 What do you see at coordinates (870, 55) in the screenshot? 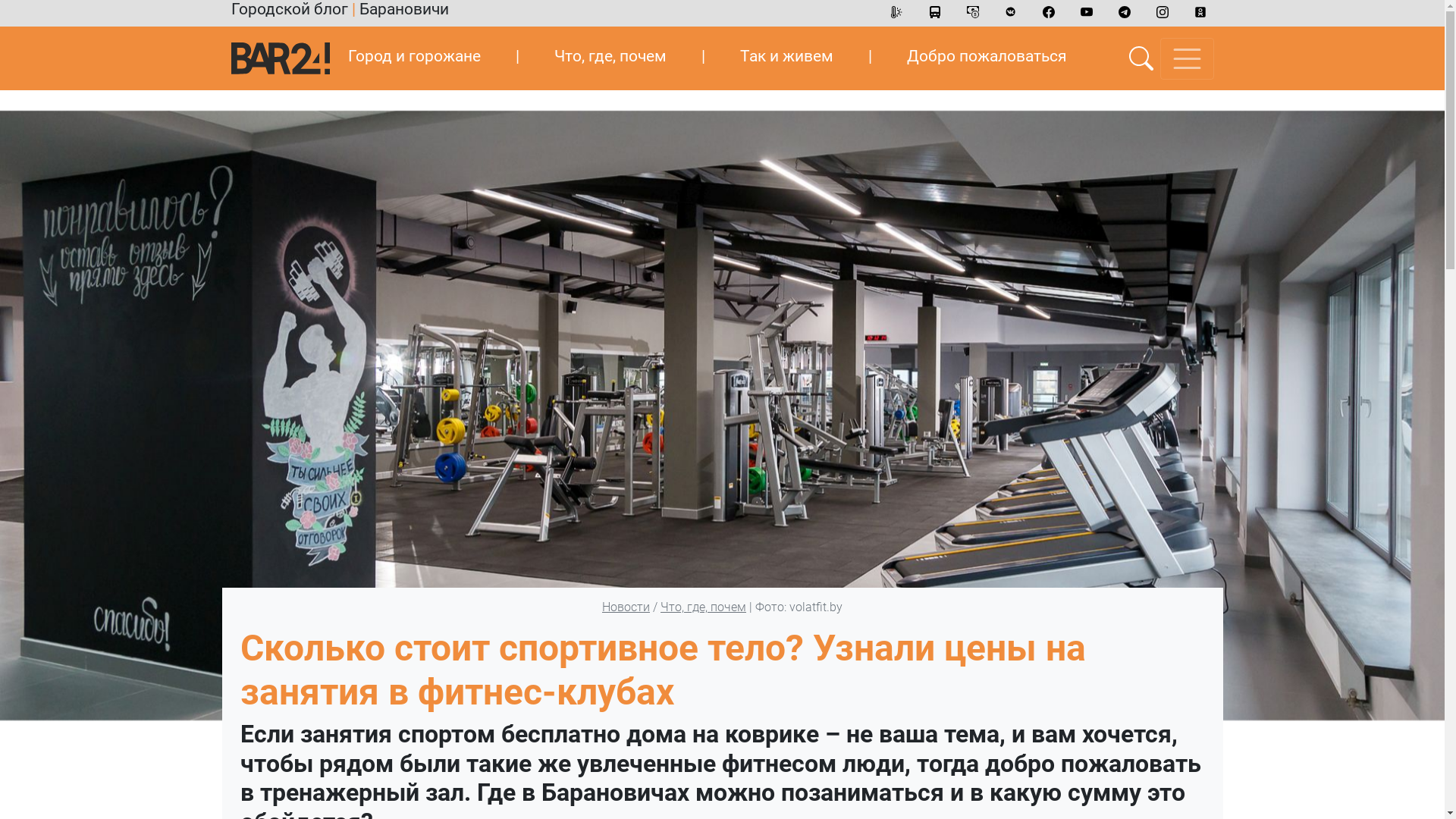
I see `'|'` at bounding box center [870, 55].